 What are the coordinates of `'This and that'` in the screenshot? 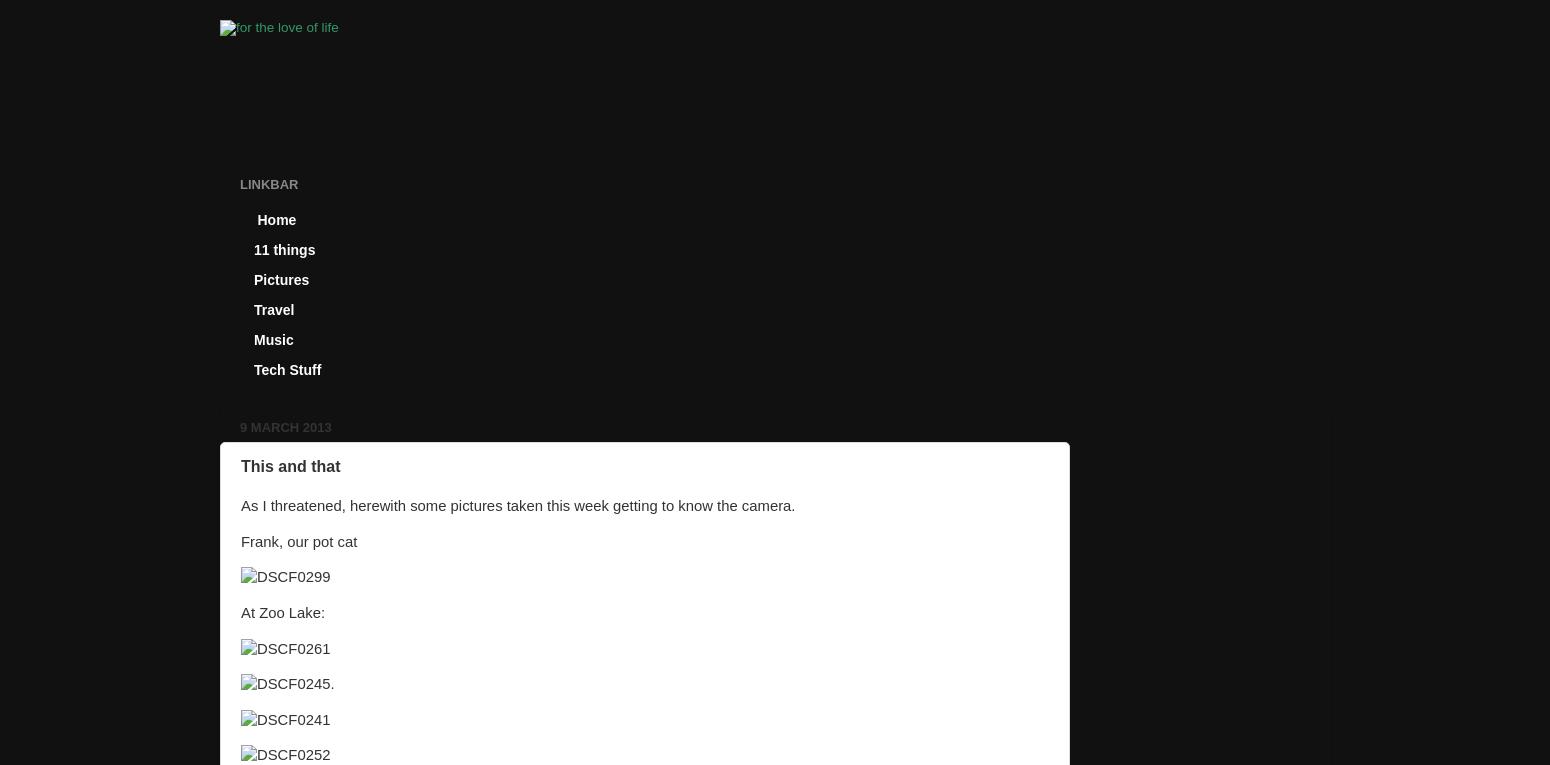 It's located at (290, 464).